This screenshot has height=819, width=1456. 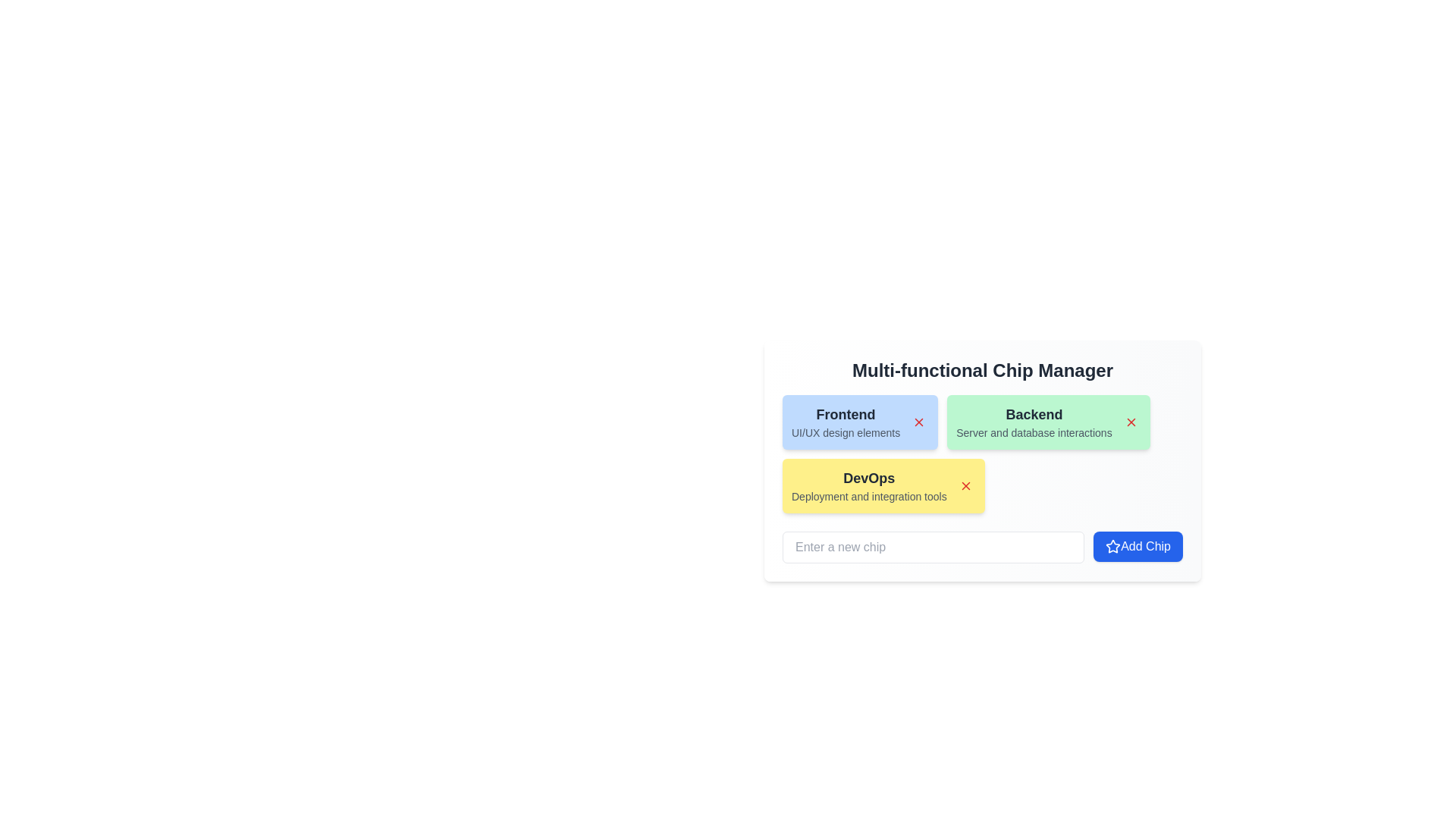 What do you see at coordinates (1033, 422) in the screenshot?
I see `the 'Backend' text label, which provides information about server and database interactions, located in a green card in the middle-right section of the interface` at bounding box center [1033, 422].